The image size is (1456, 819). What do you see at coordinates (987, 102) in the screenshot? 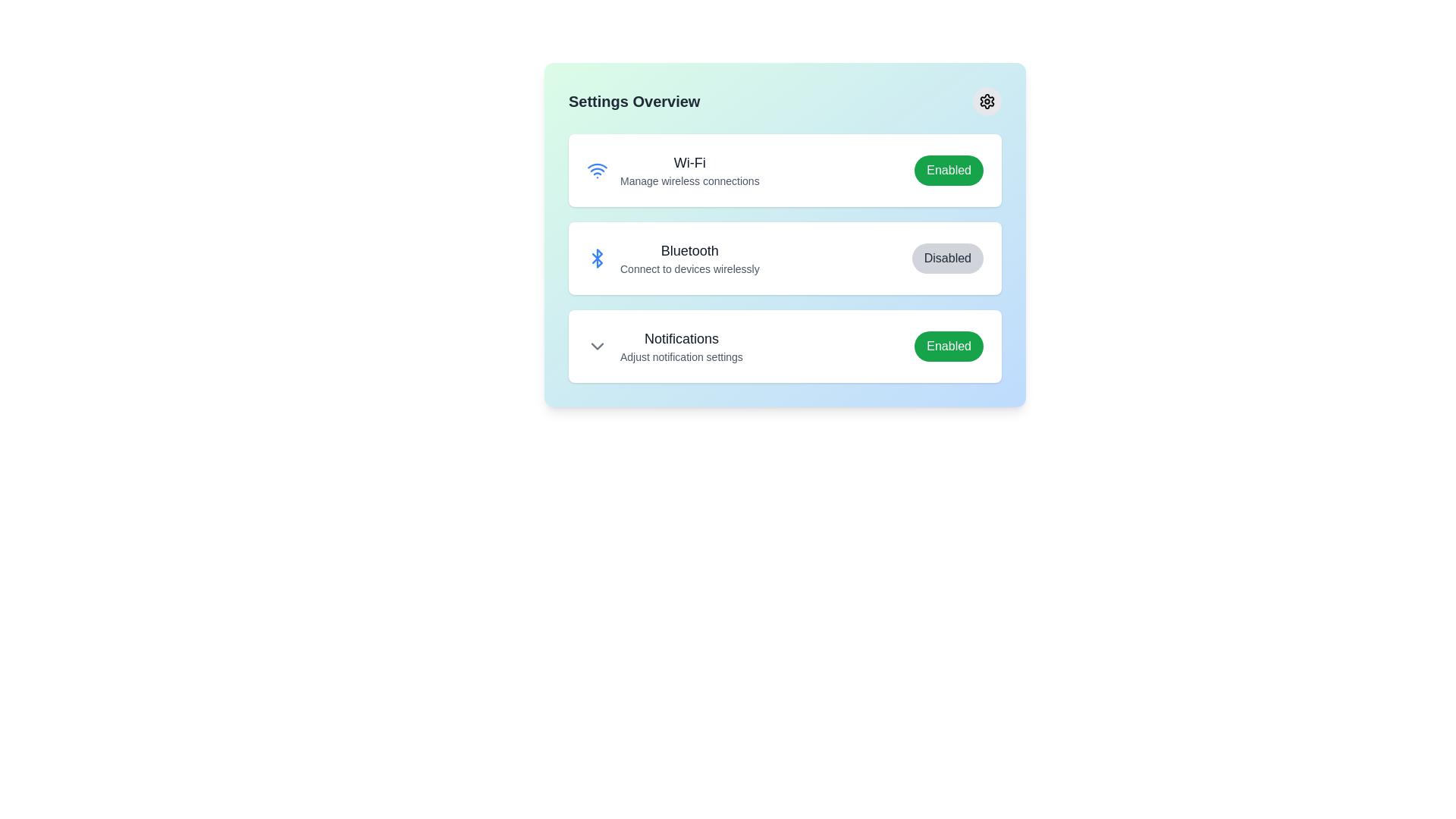
I see `the settings icon button to access settings` at bounding box center [987, 102].